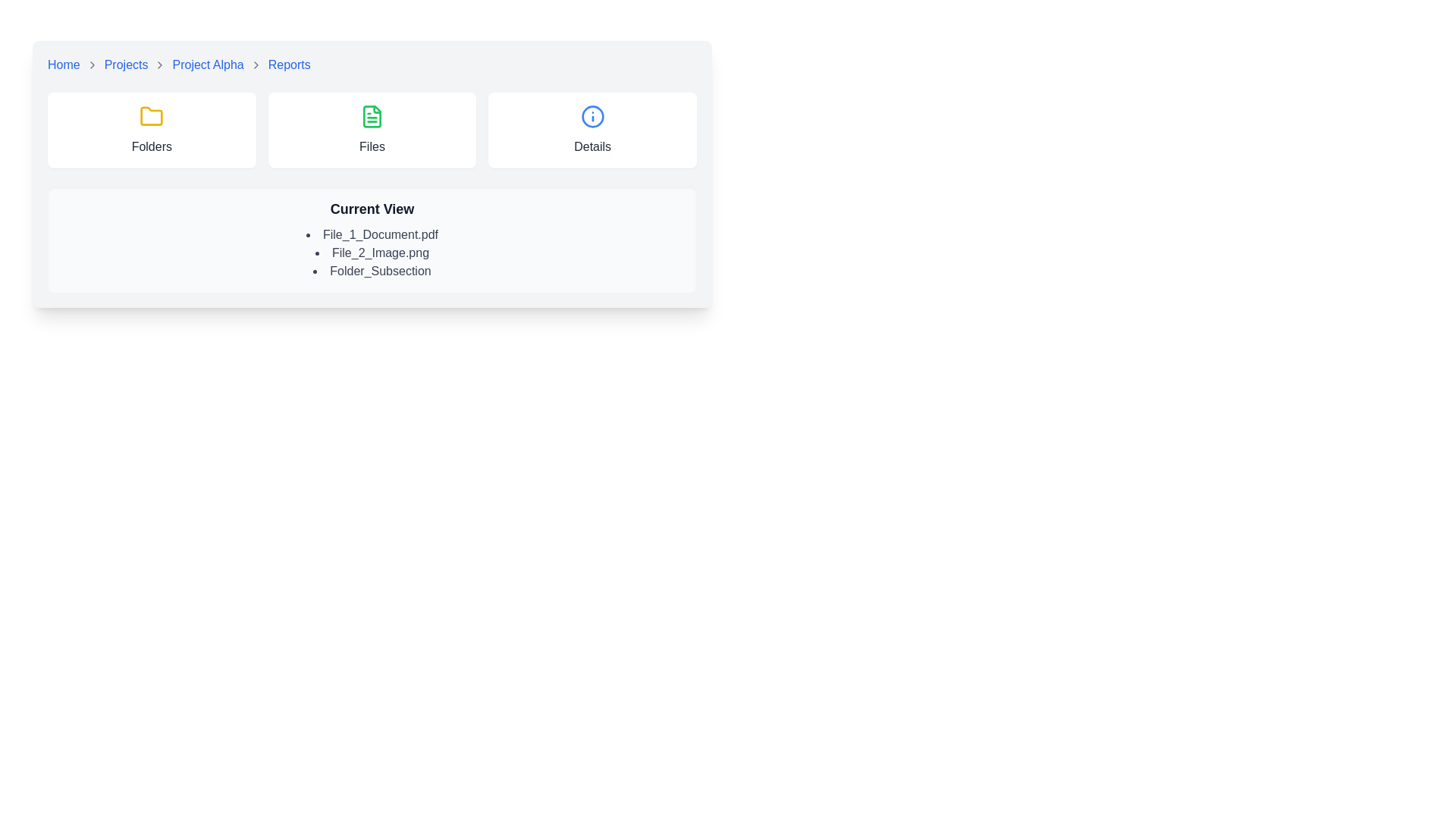 Image resolution: width=1456 pixels, height=819 pixels. What do you see at coordinates (126, 64) in the screenshot?
I see `the second clickable item in the breadcrumb navigation bar` at bounding box center [126, 64].